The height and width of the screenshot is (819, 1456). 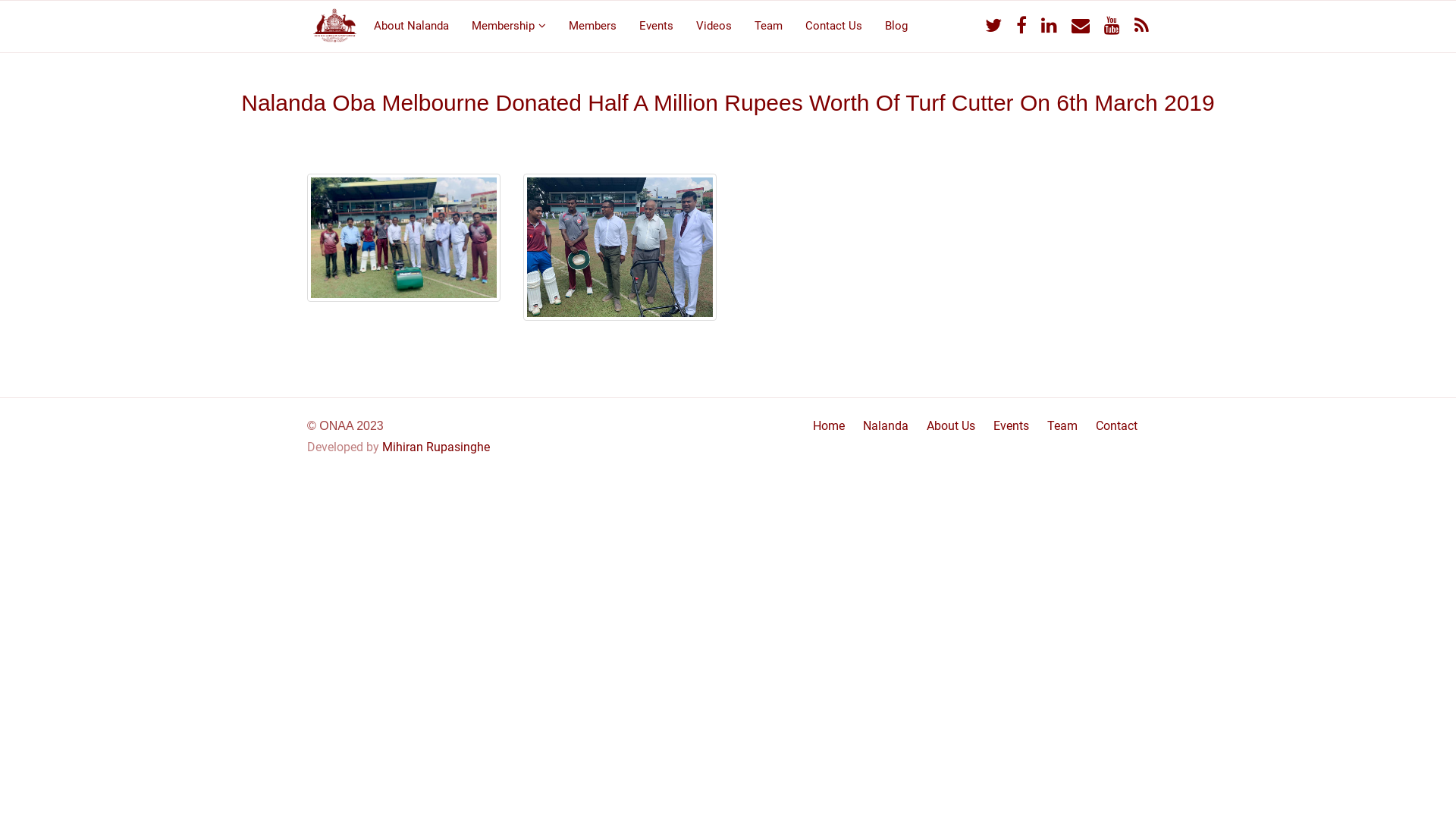 I want to click on 'Membership', so click(x=509, y=24).